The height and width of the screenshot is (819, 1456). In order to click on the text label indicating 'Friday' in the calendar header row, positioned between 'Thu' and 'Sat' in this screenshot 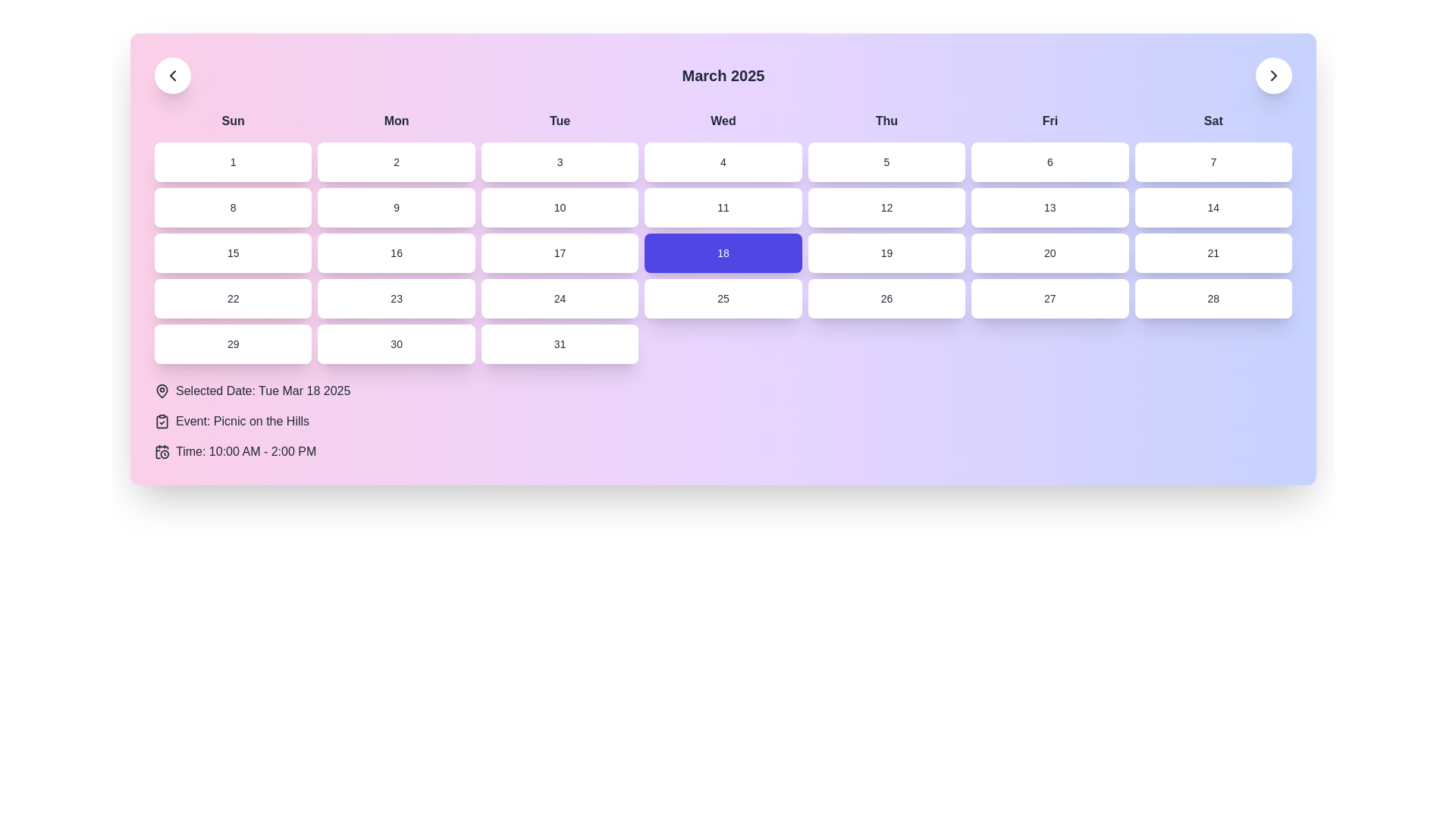, I will do `click(1049, 120)`.